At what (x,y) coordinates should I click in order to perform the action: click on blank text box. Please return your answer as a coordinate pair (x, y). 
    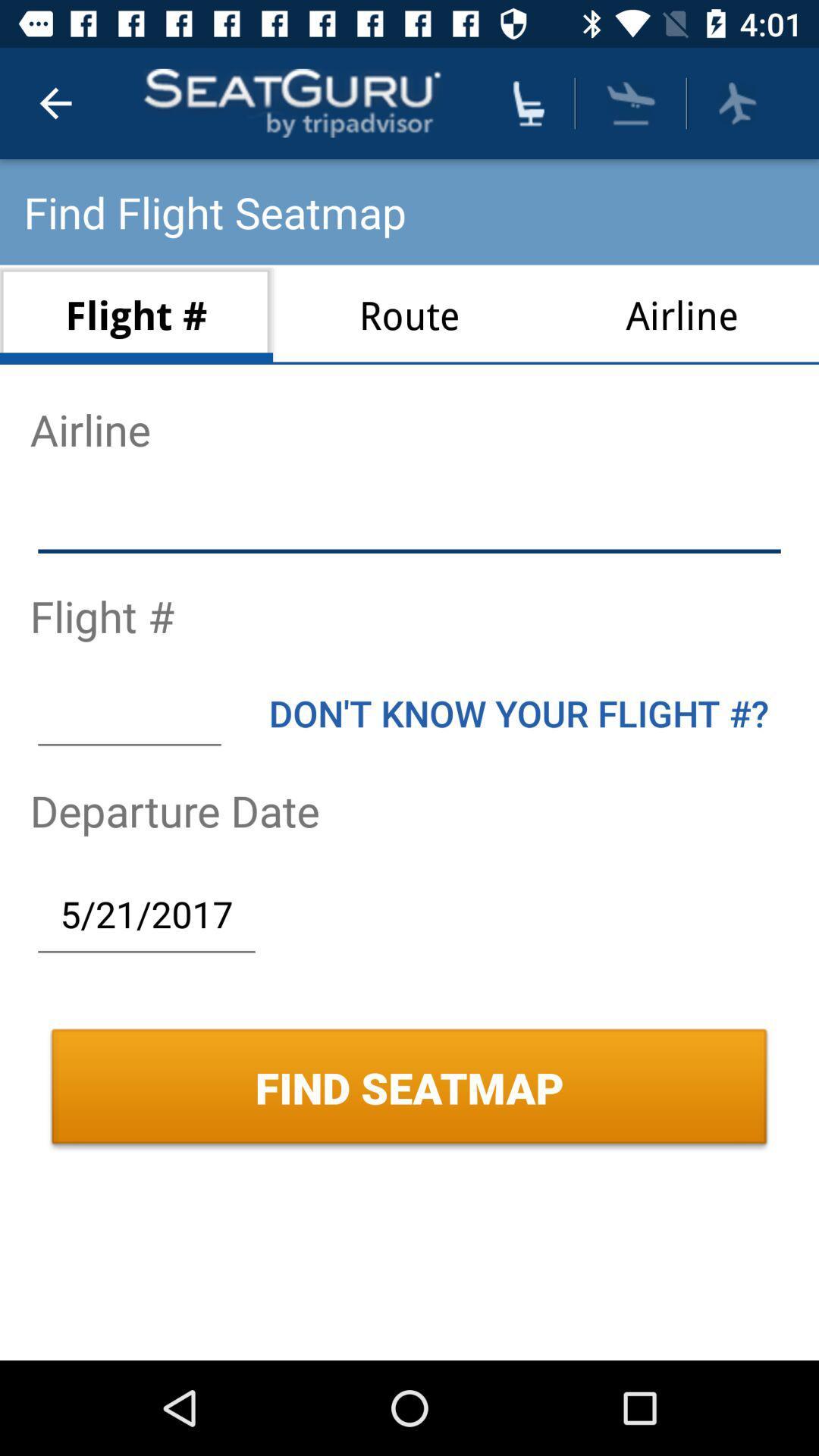
    Looking at the image, I should click on (128, 712).